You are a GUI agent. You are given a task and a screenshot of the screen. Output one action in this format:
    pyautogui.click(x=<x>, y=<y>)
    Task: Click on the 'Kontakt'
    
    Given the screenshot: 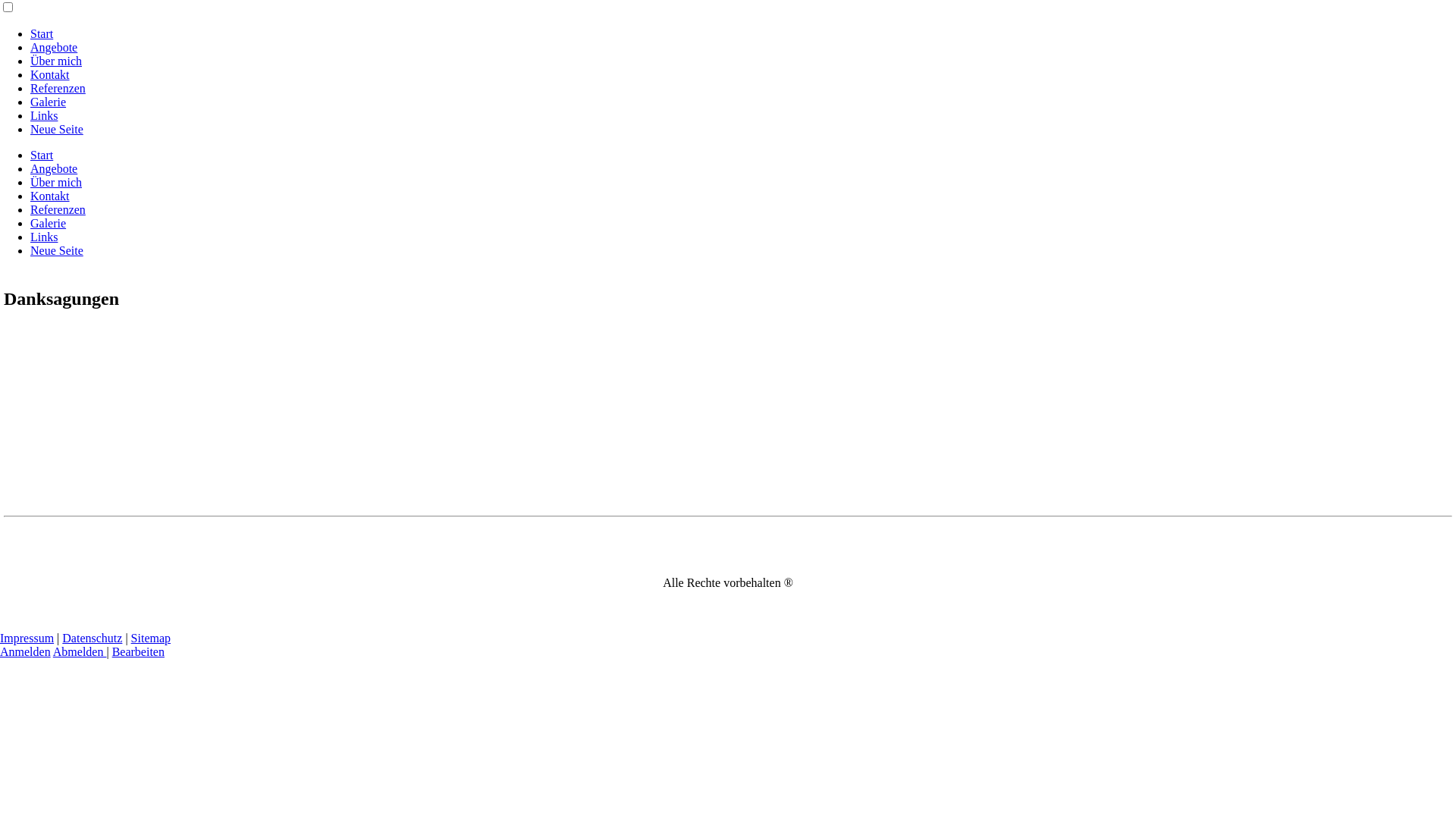 What is the action you would take?
    pyautogui.click(x=50, y=195)
    